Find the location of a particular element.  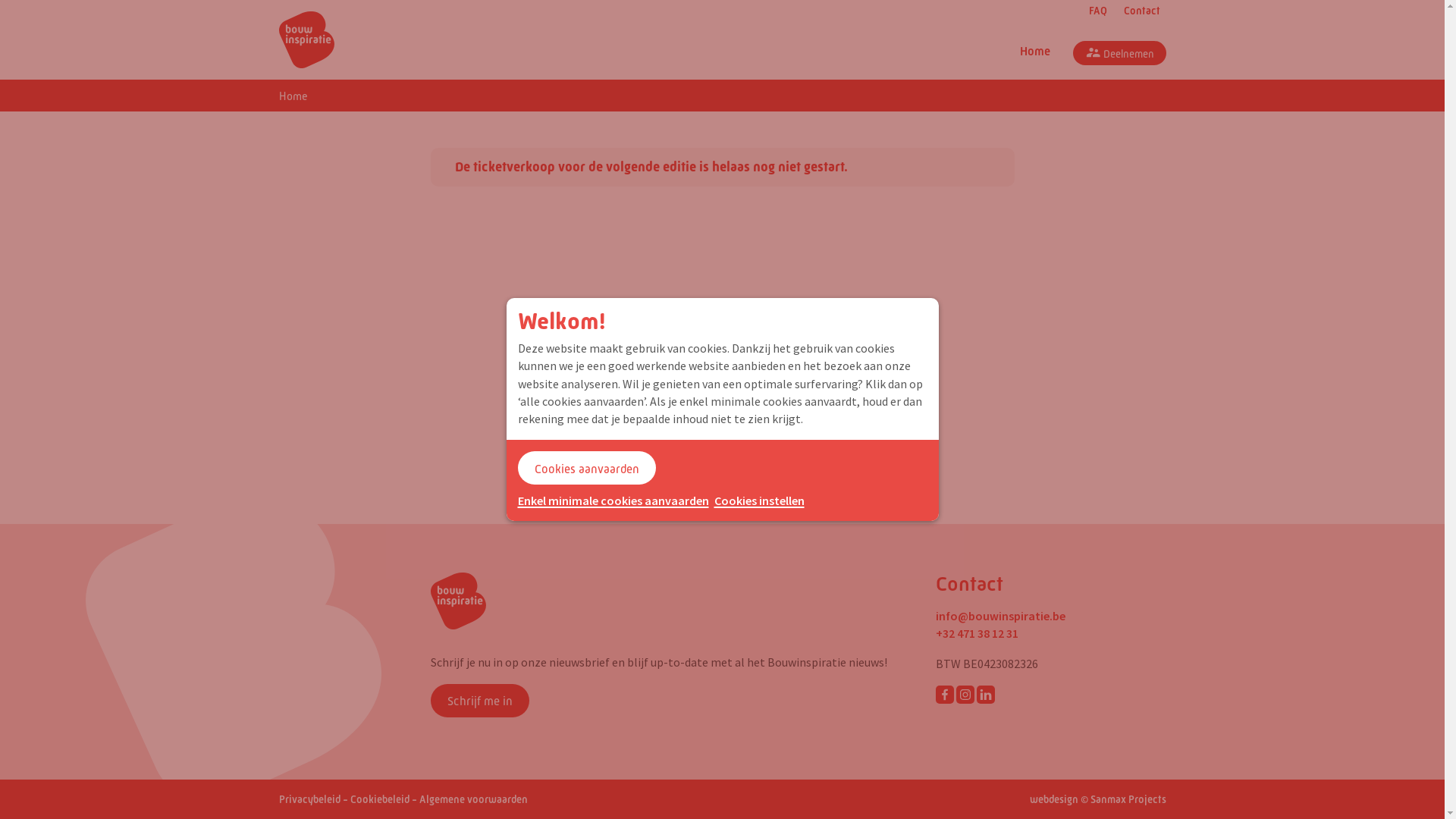

'FAQ' is located at coordinates (1095, 11).